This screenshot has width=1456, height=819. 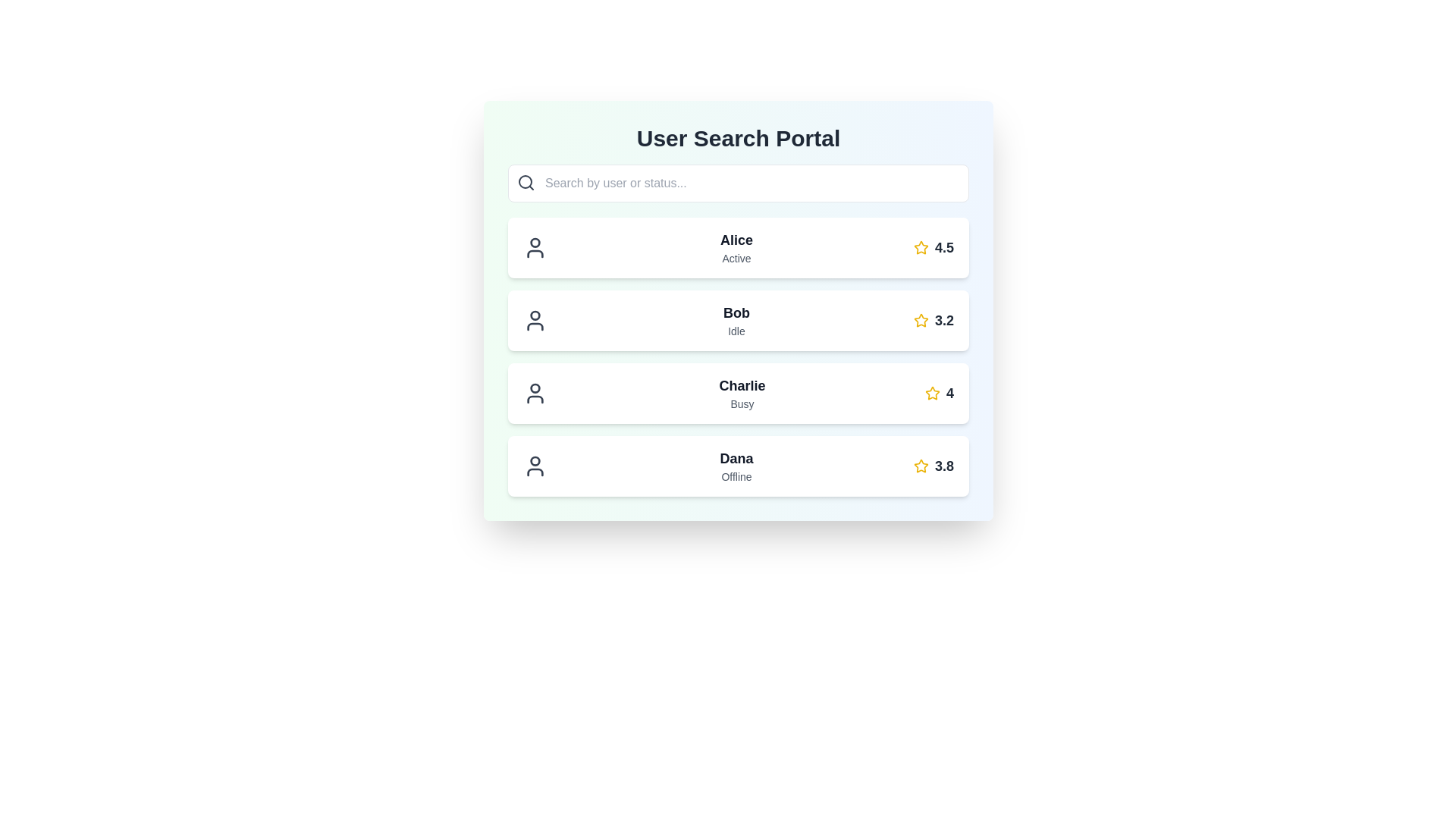 I want to click on the text element displaying the rating score for the user Alice, which is located to the right of the star icon in the top section of a vertically arranged list, so click(x=943, y=247).